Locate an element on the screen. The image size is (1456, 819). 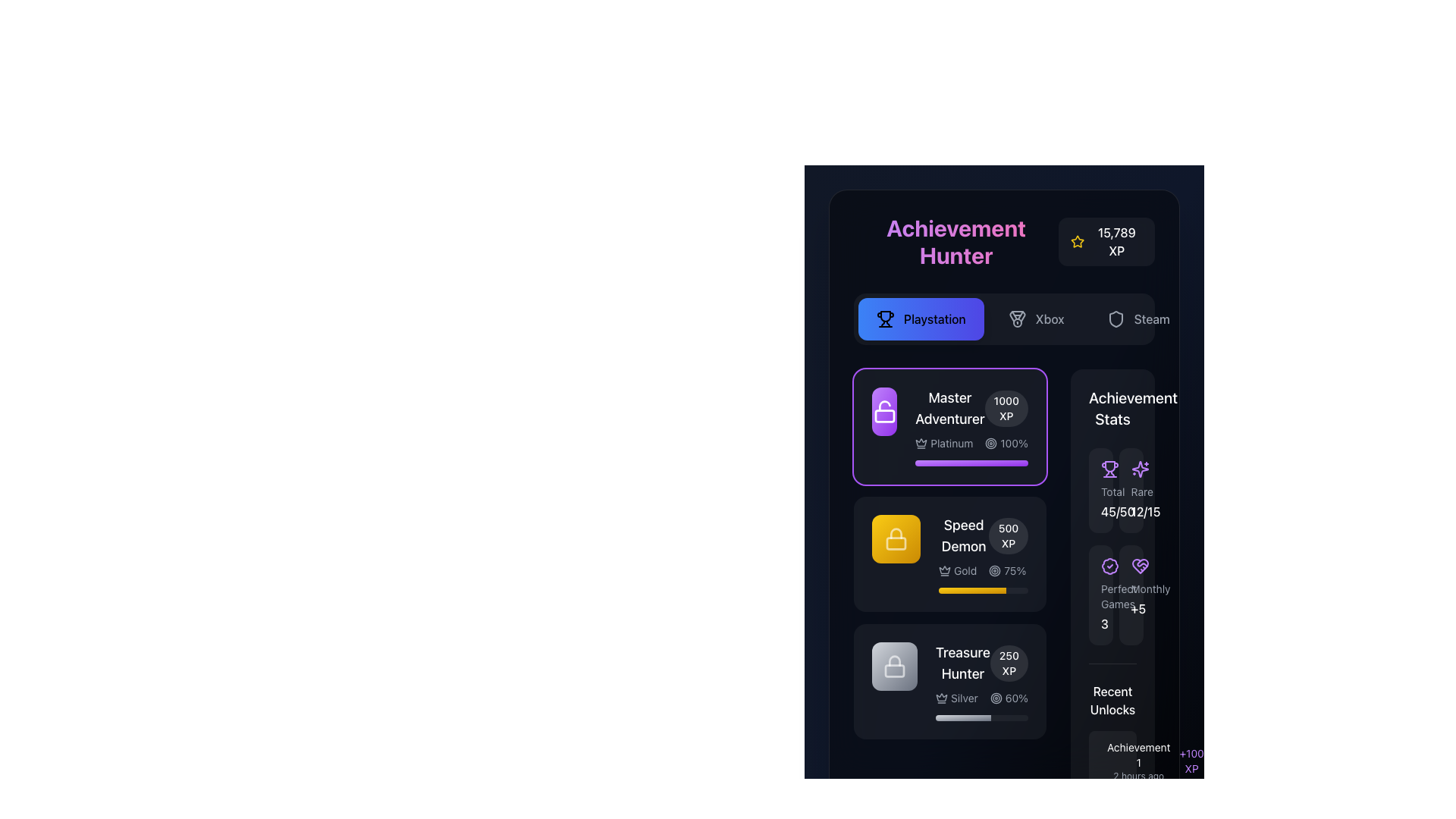
text from the heading element styled in pink that displays 'Achievement Hunter' and the dark box to the right showing '15,789 XP' with a yellow star icon, which summarizes the user's achievement is located at coordinates (1004, 241).